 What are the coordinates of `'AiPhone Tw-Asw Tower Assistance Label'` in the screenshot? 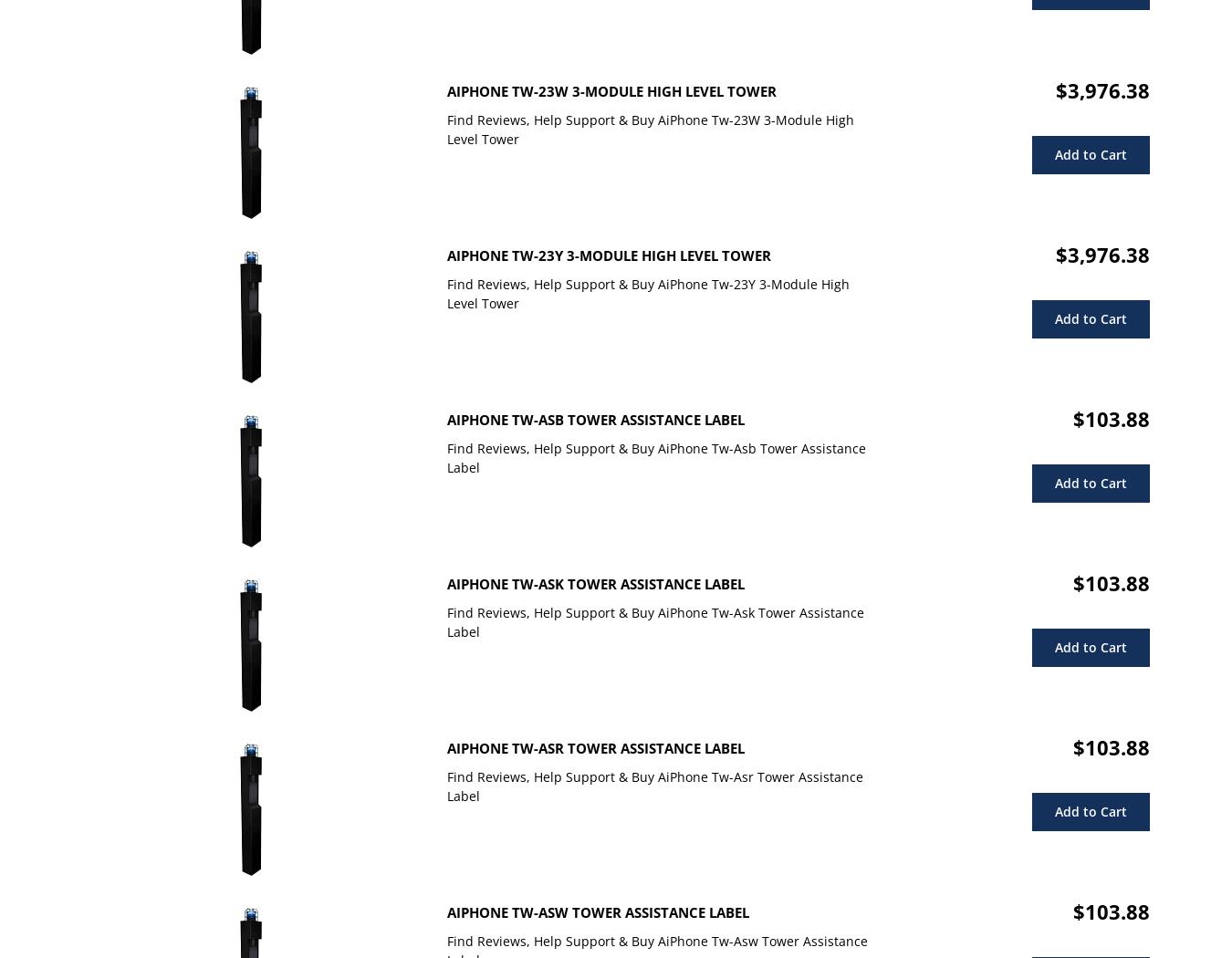 It's located at (446, 912).